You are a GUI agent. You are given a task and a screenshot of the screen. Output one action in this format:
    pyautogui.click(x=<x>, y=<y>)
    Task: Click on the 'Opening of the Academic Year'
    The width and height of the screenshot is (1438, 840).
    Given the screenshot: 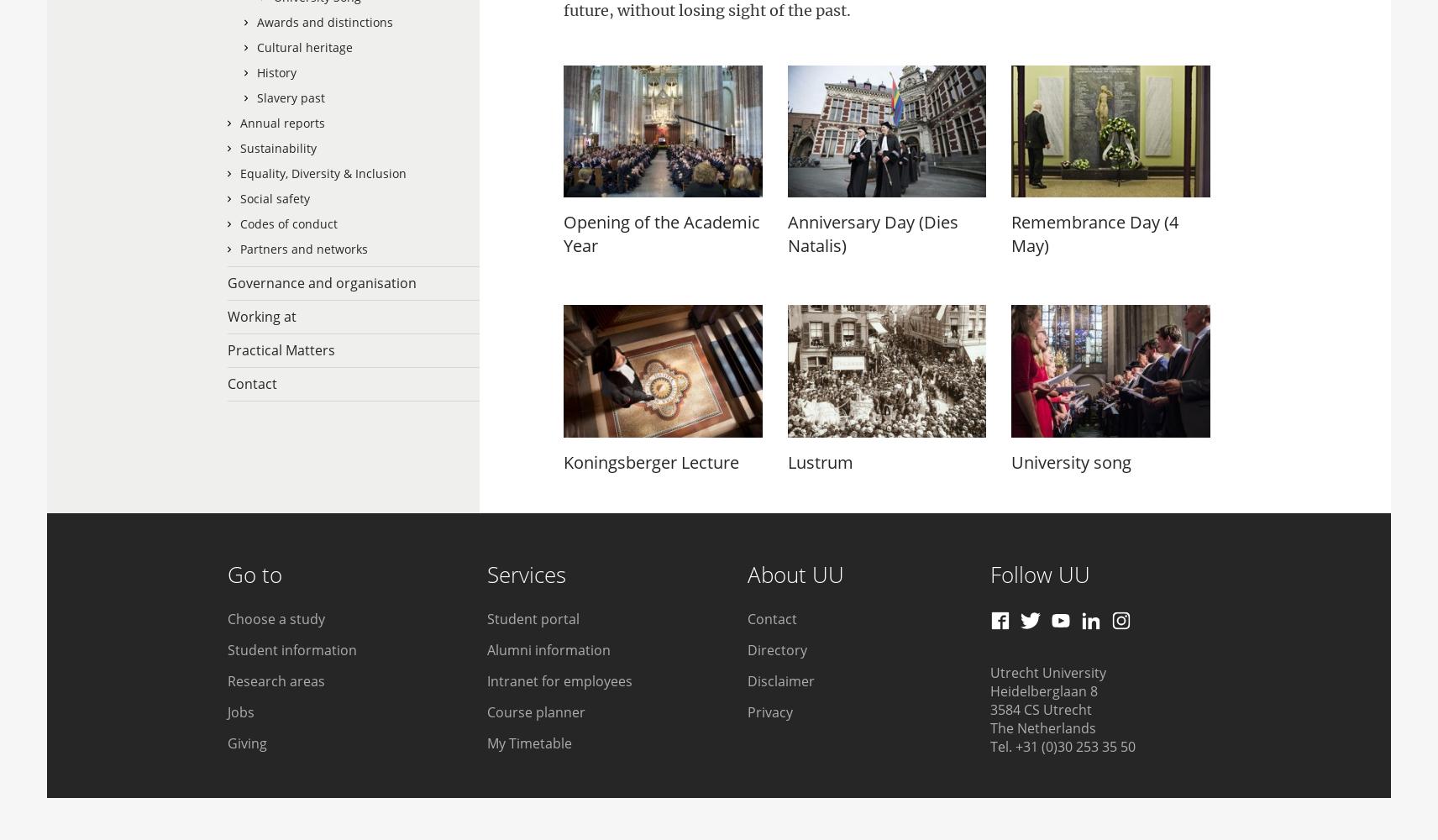 What is the action you would take?
    pyautogui.click(x=662, y=234)
    